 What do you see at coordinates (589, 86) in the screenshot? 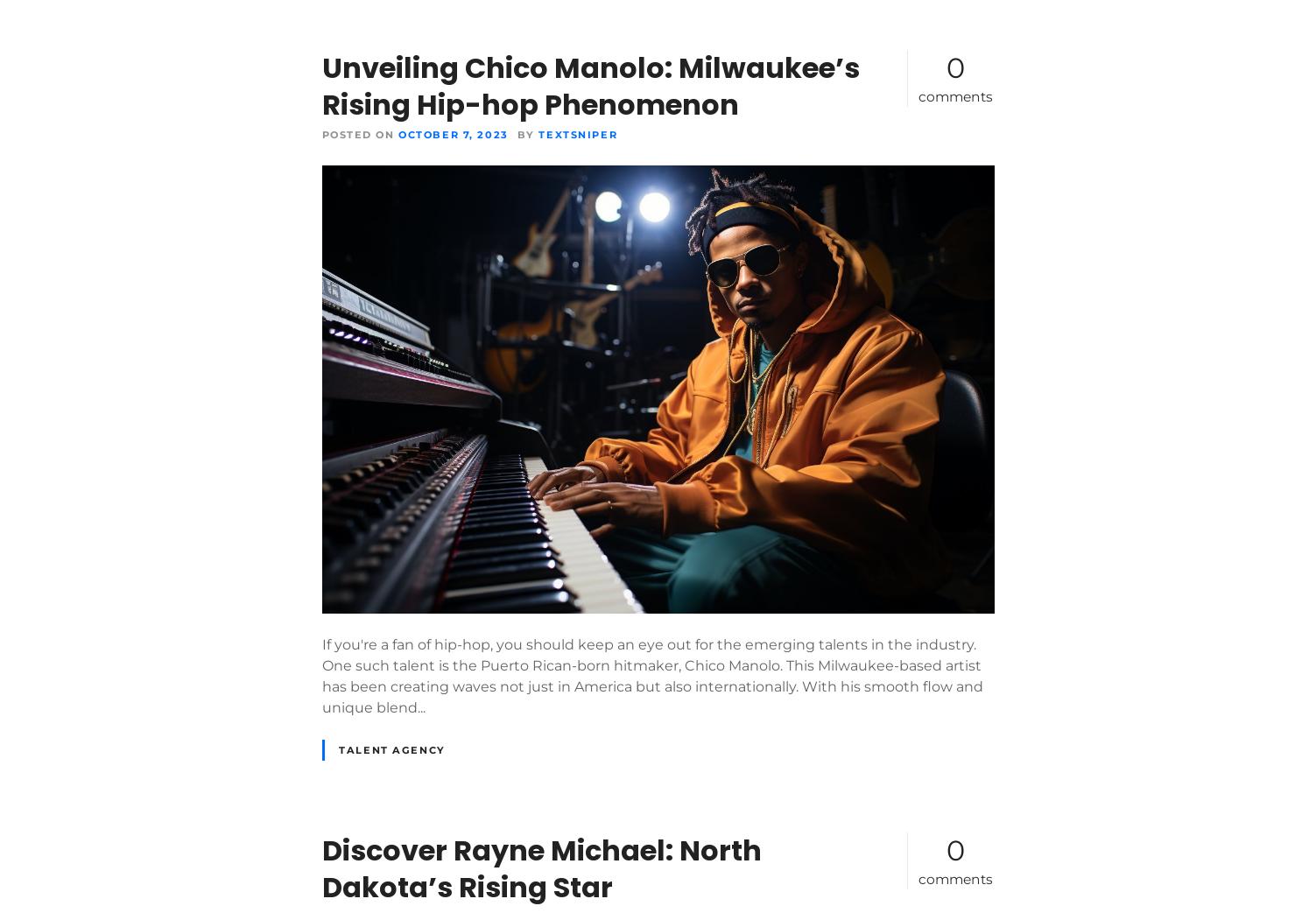
I see `'Unveiling Chico Manolo: Milwaukee’s Rising Hip-hop Phenomenon'` at bounding box center [589, 86].